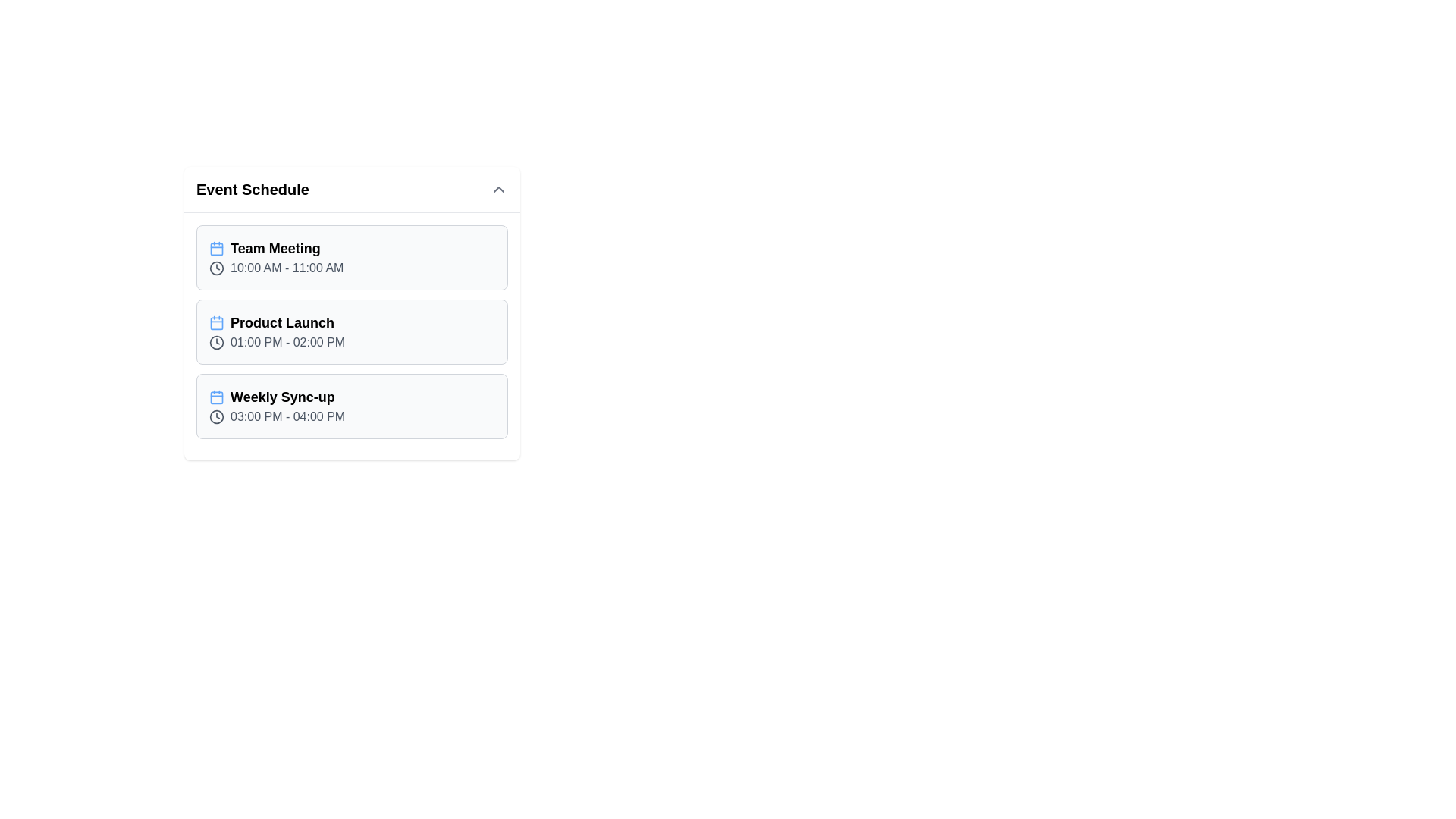  I want to click on the bold text element reading 'Event Schedule' at the top of its section, so click(253, 189).